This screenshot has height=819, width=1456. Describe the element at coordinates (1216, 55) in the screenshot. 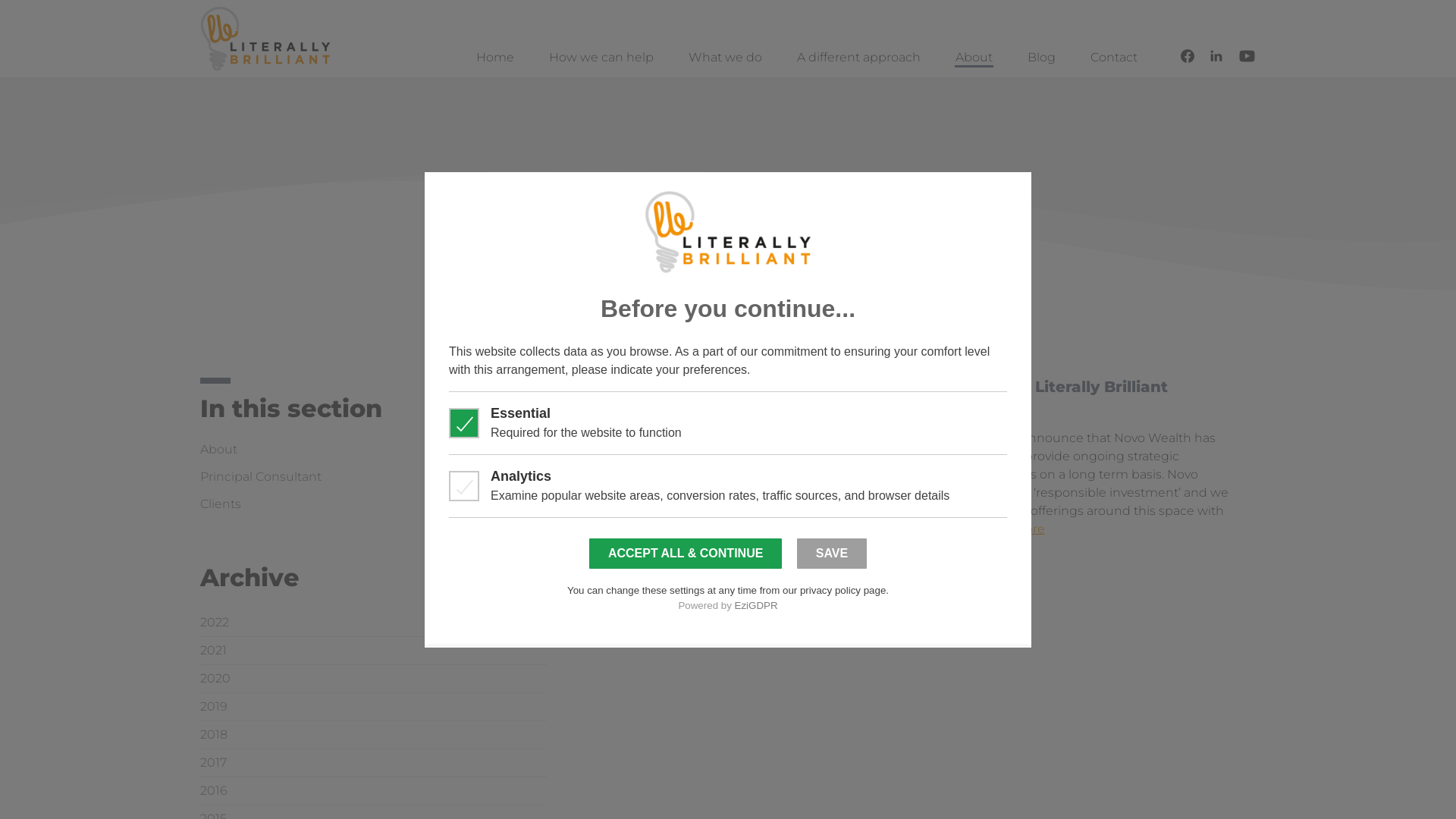

I see `'Connect with us on LinkedIn'` at that location.